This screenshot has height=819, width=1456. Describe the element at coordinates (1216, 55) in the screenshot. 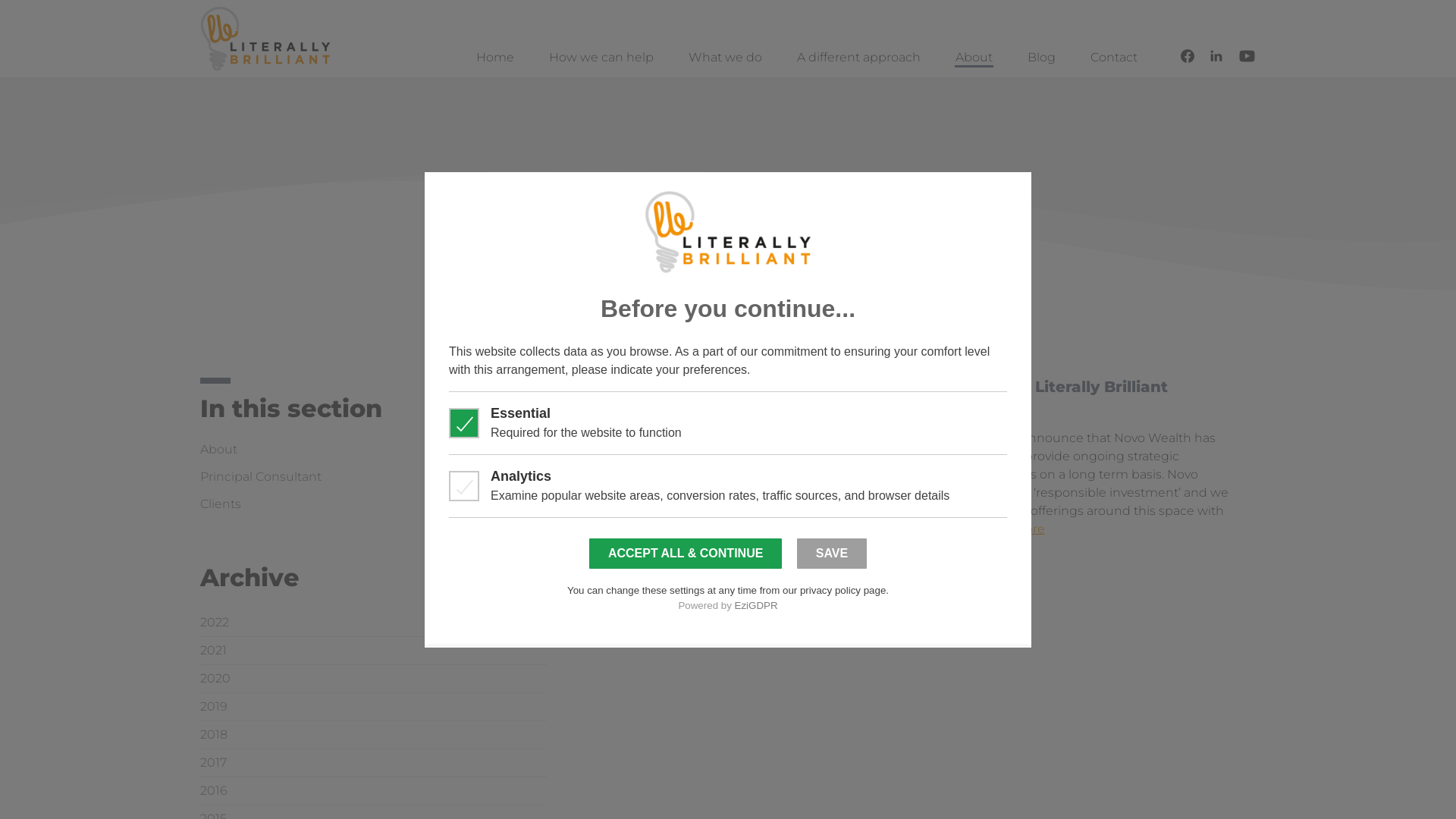

I see `'Connect with us on LinkedIn'` at that location.